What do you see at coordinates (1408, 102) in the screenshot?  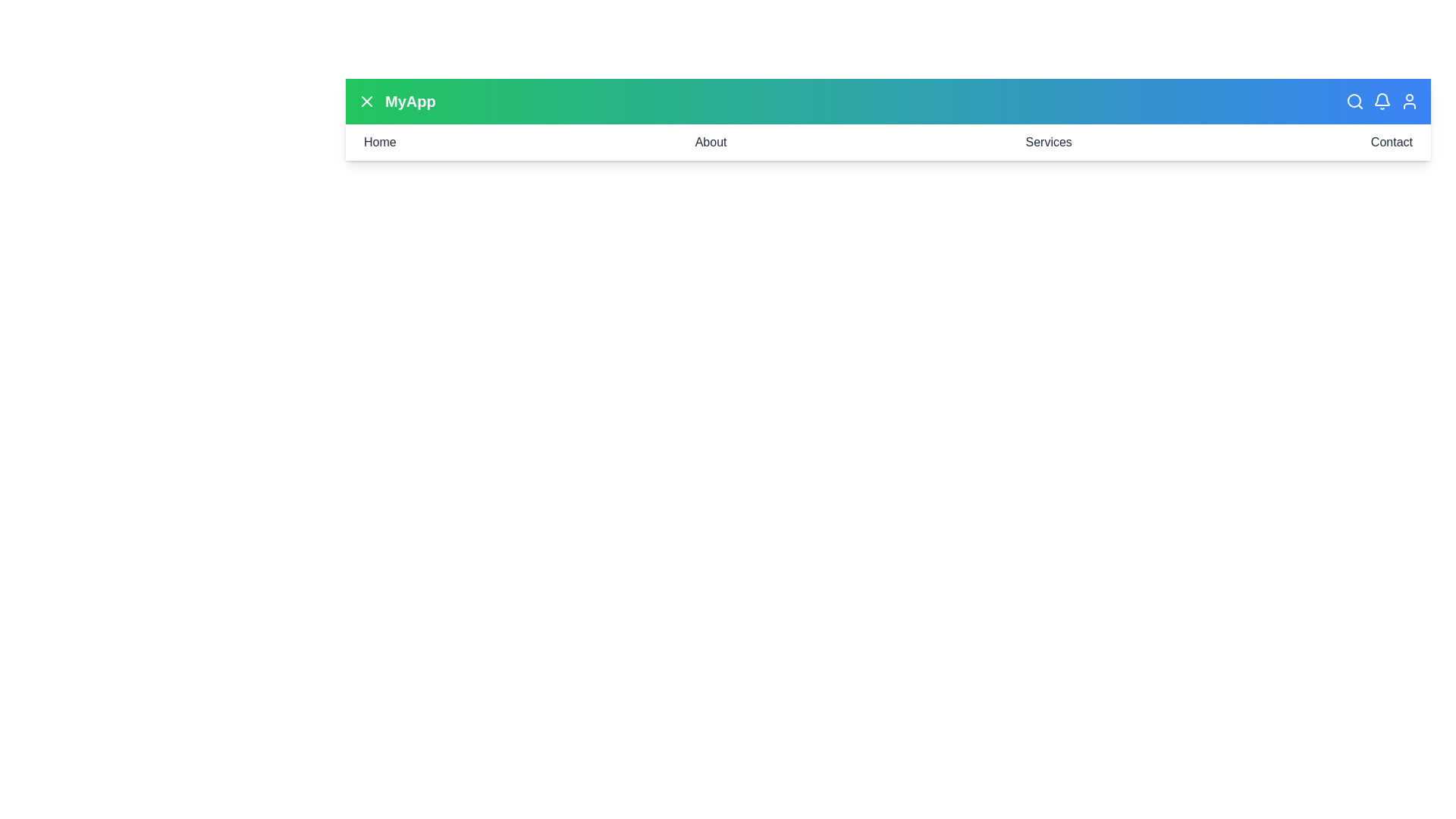 I see `the user_profile button in the header` at bounding box center [1408, 102].